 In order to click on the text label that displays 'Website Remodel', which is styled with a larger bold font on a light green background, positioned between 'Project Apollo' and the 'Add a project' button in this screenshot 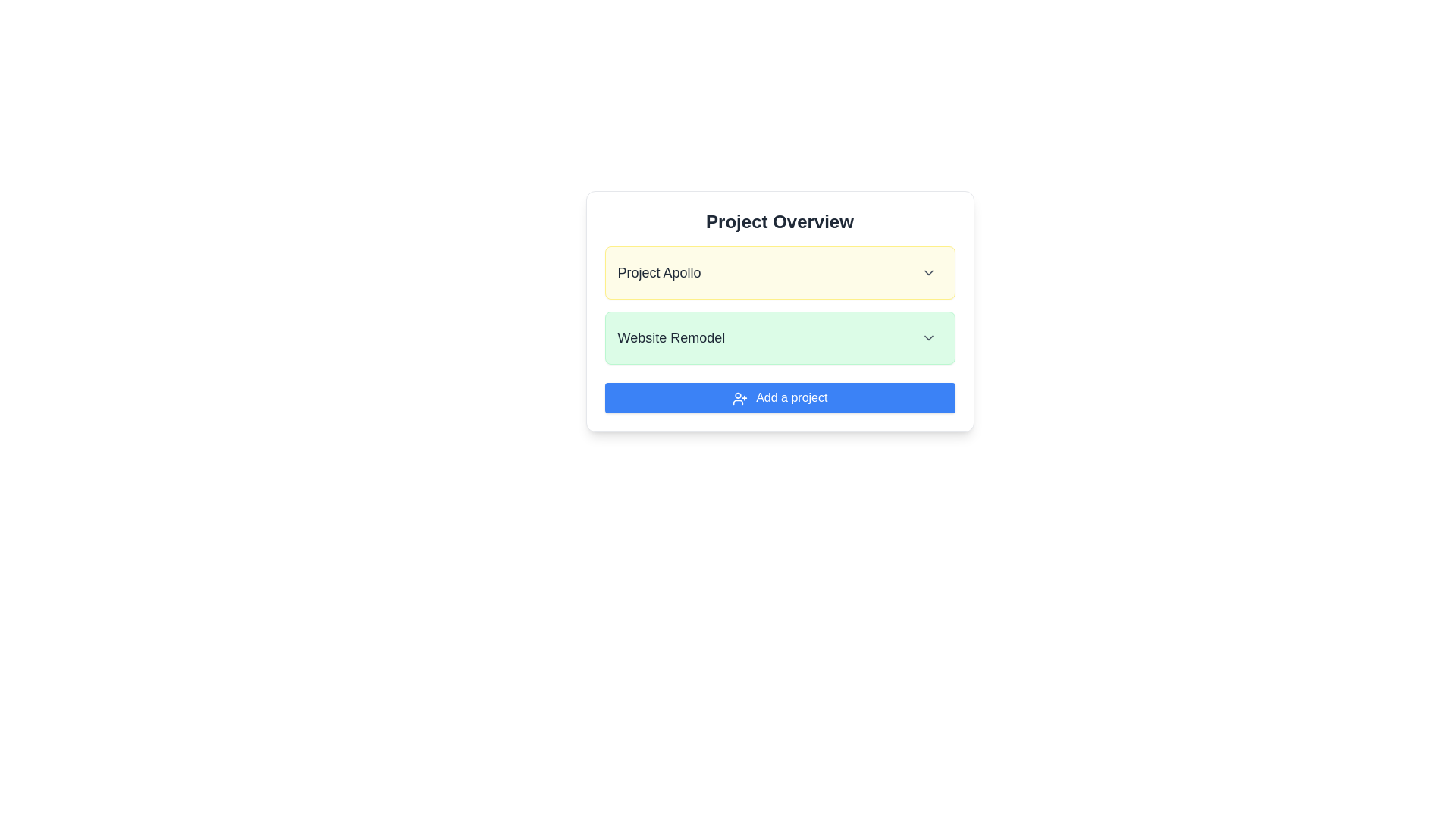, I will do `click(670, 337)`.